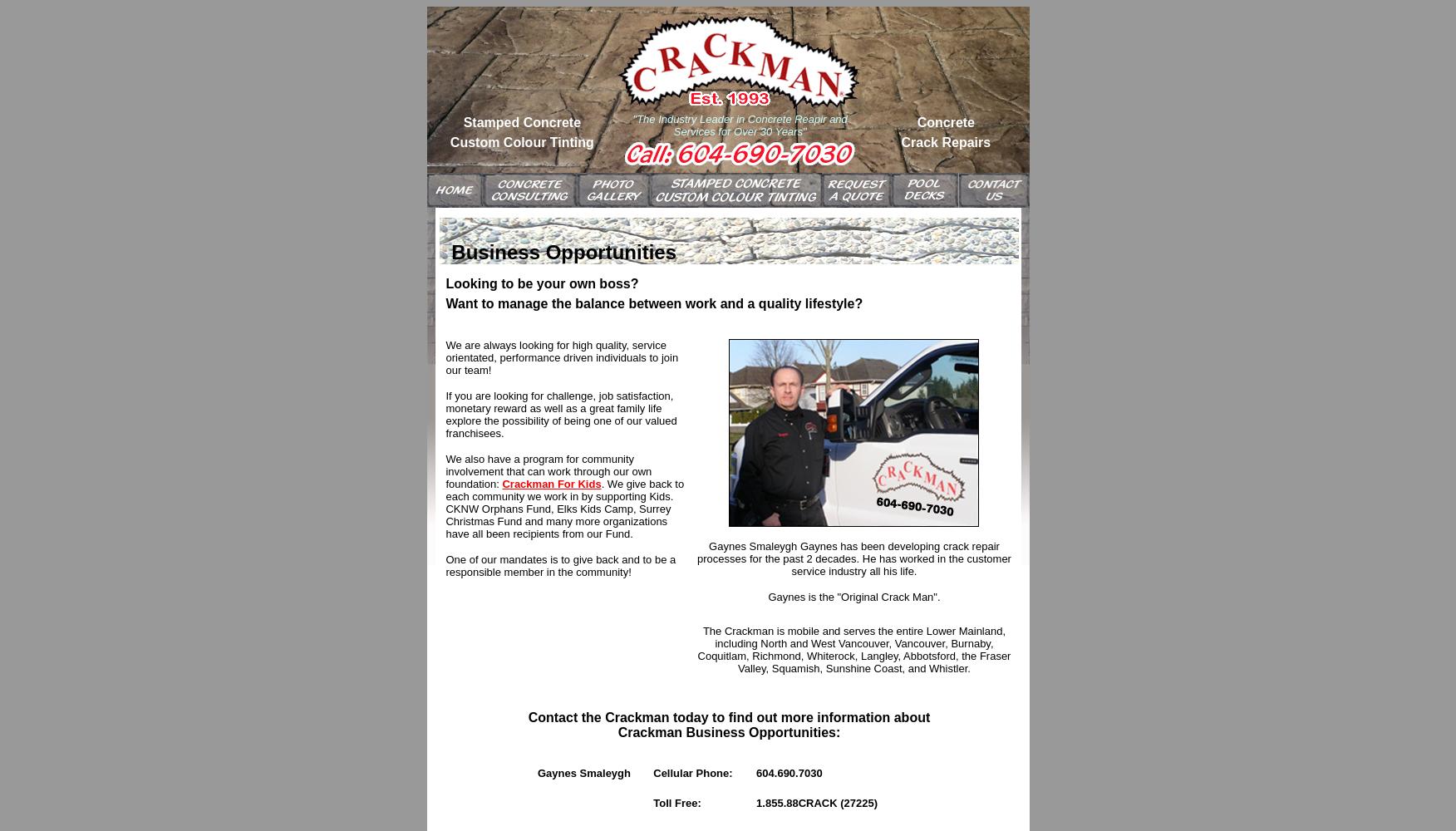 The width and height of the screenshot is (1456, 831). Describe the element at coordinates (560, 357) in the screenshot. I see `'We 
                      are always looking for high quality, service orientated, 
                      performance driven individuals to join our team!'` at that location.